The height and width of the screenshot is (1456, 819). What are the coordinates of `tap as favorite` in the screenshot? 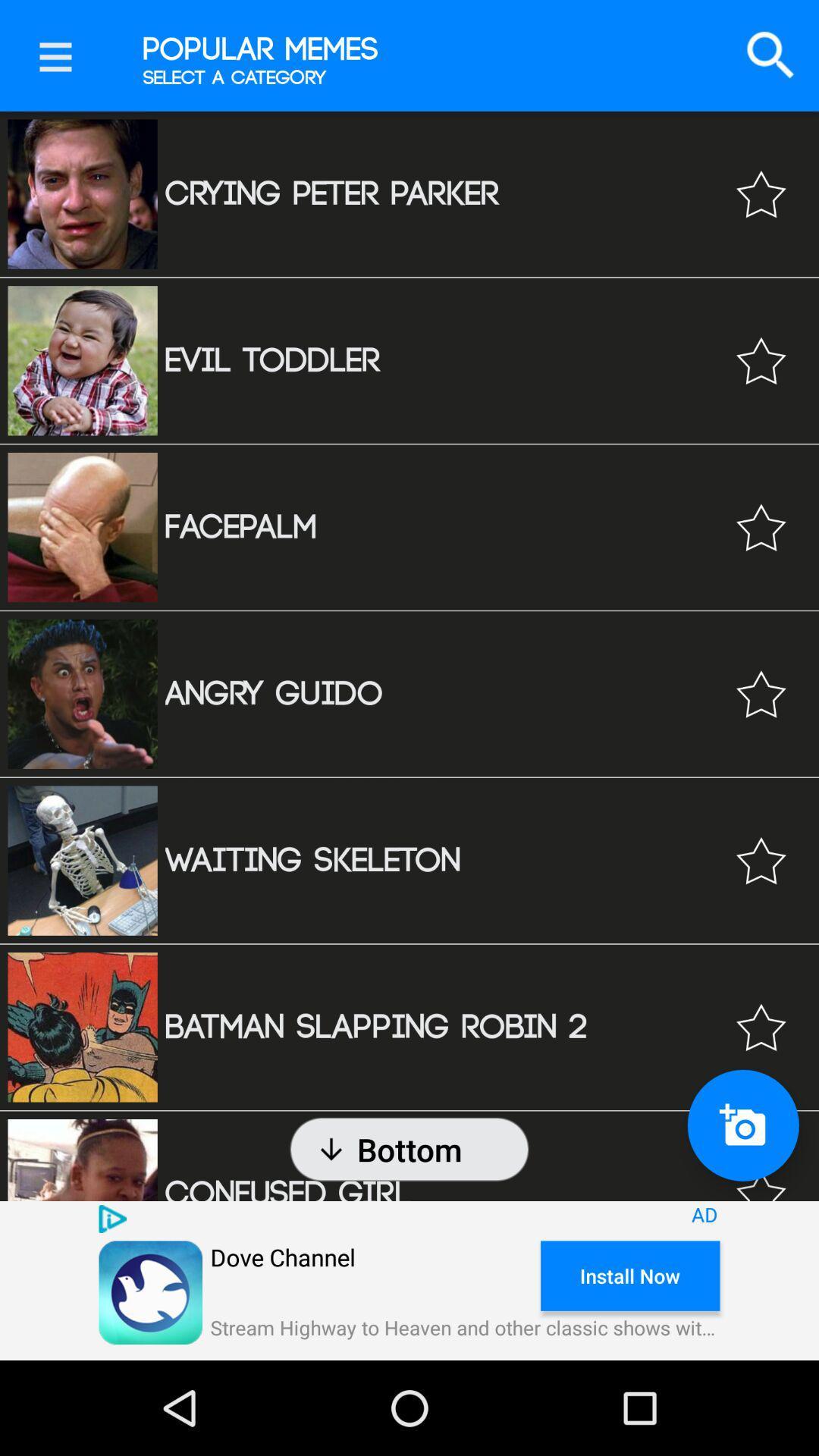 It's located at (761, 527).